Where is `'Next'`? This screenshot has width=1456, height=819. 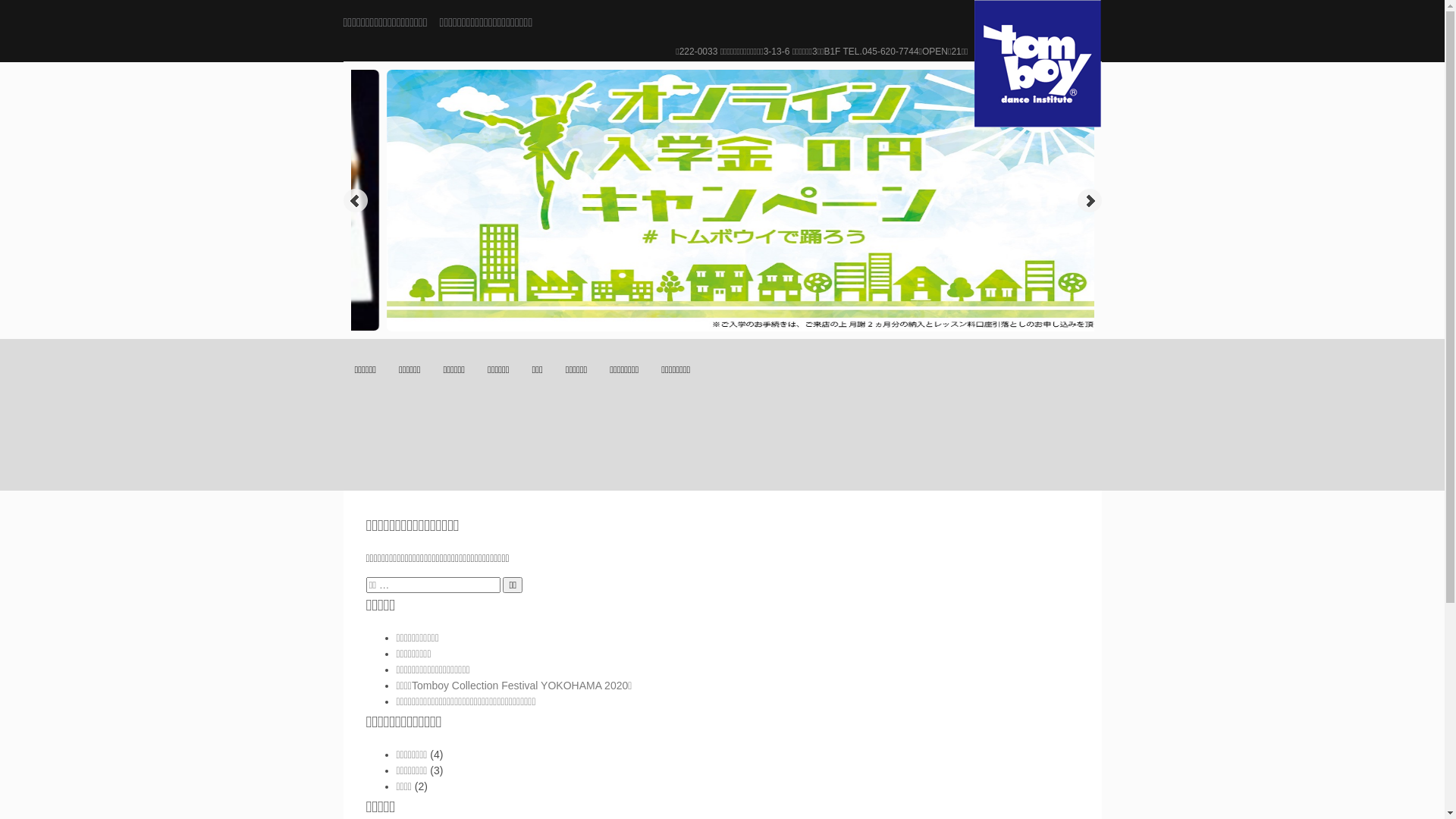 'Next' is located at coordinates (1087, 200).